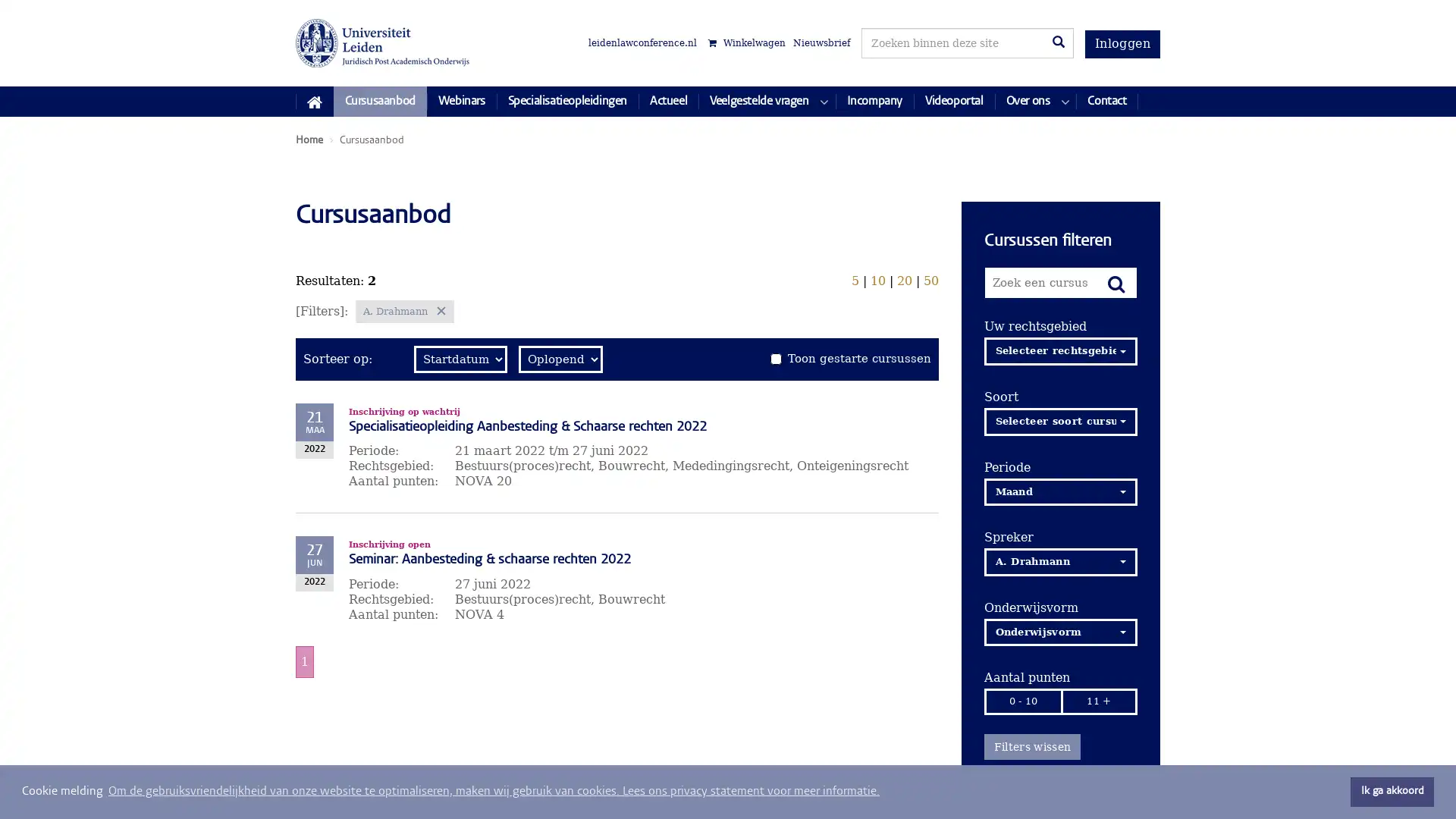 Image resolution: width=1456 pixels, height=819 pixels. What do you see at coordinates (1059, 421) in the screenshot?
I see `Selecteer soort cursus` at bounding box center [1059, 421].